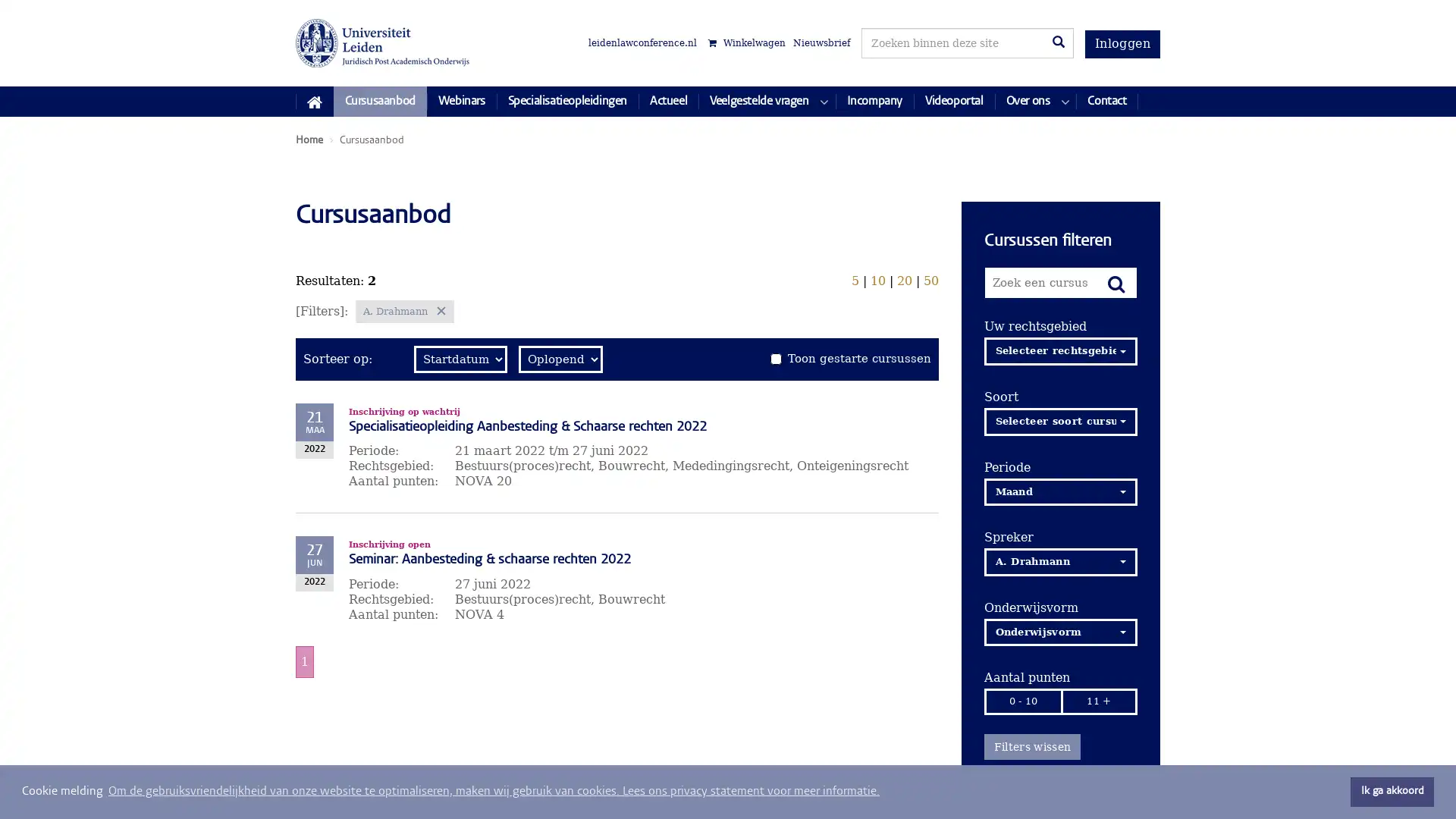 Image resolution: width=1456 pixels, height=819 pixels. What do you see at coordinates (1059, 421) in the screenshot?
I see `Selecteer soort cursus` at bounding box center [1059, 421].